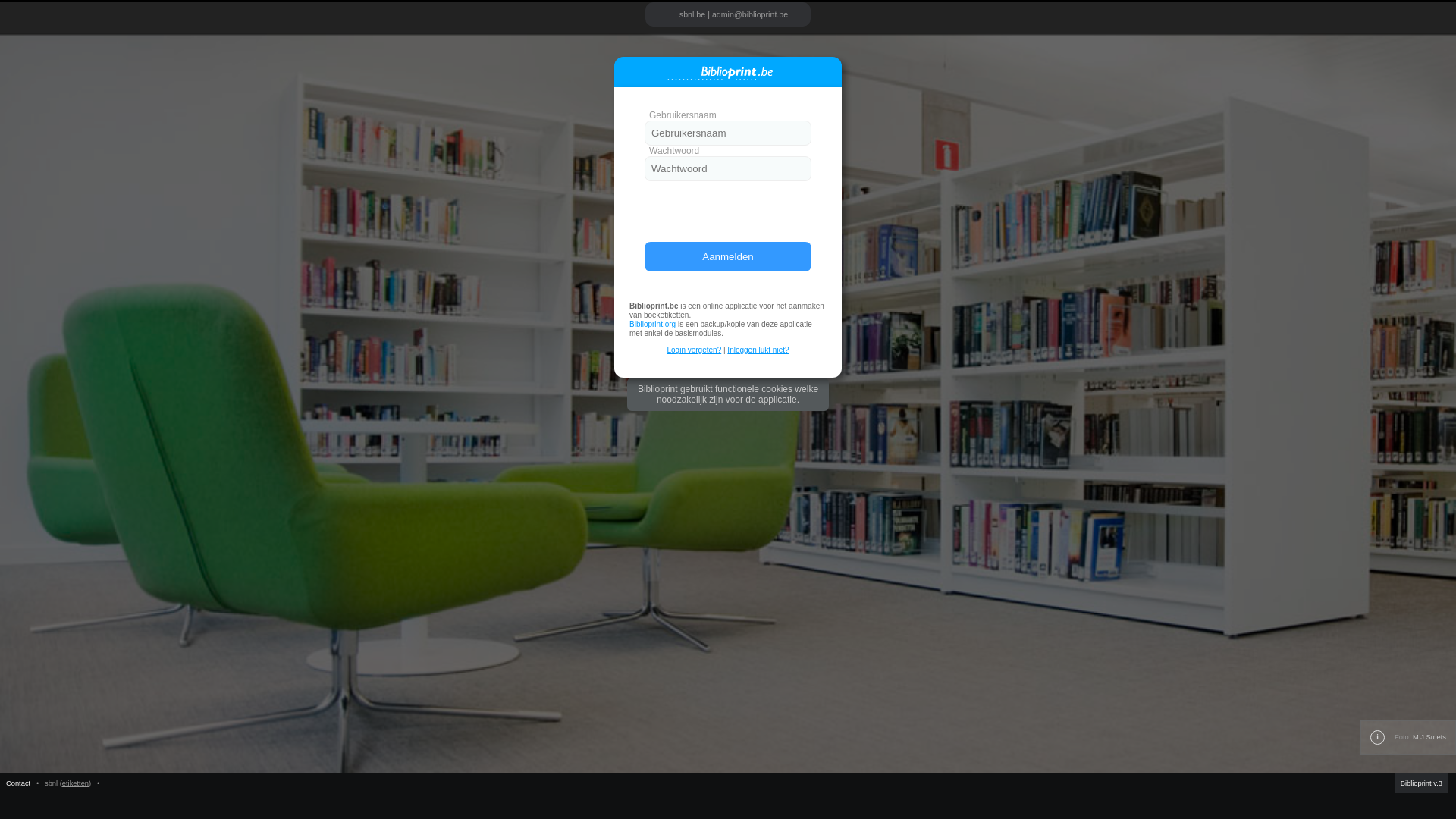 This screenshot has width=1456, height=819. Describe the element at coordinates (749, 14) in the screenshot. I see `'admin@biblioprint.be'` at that location.